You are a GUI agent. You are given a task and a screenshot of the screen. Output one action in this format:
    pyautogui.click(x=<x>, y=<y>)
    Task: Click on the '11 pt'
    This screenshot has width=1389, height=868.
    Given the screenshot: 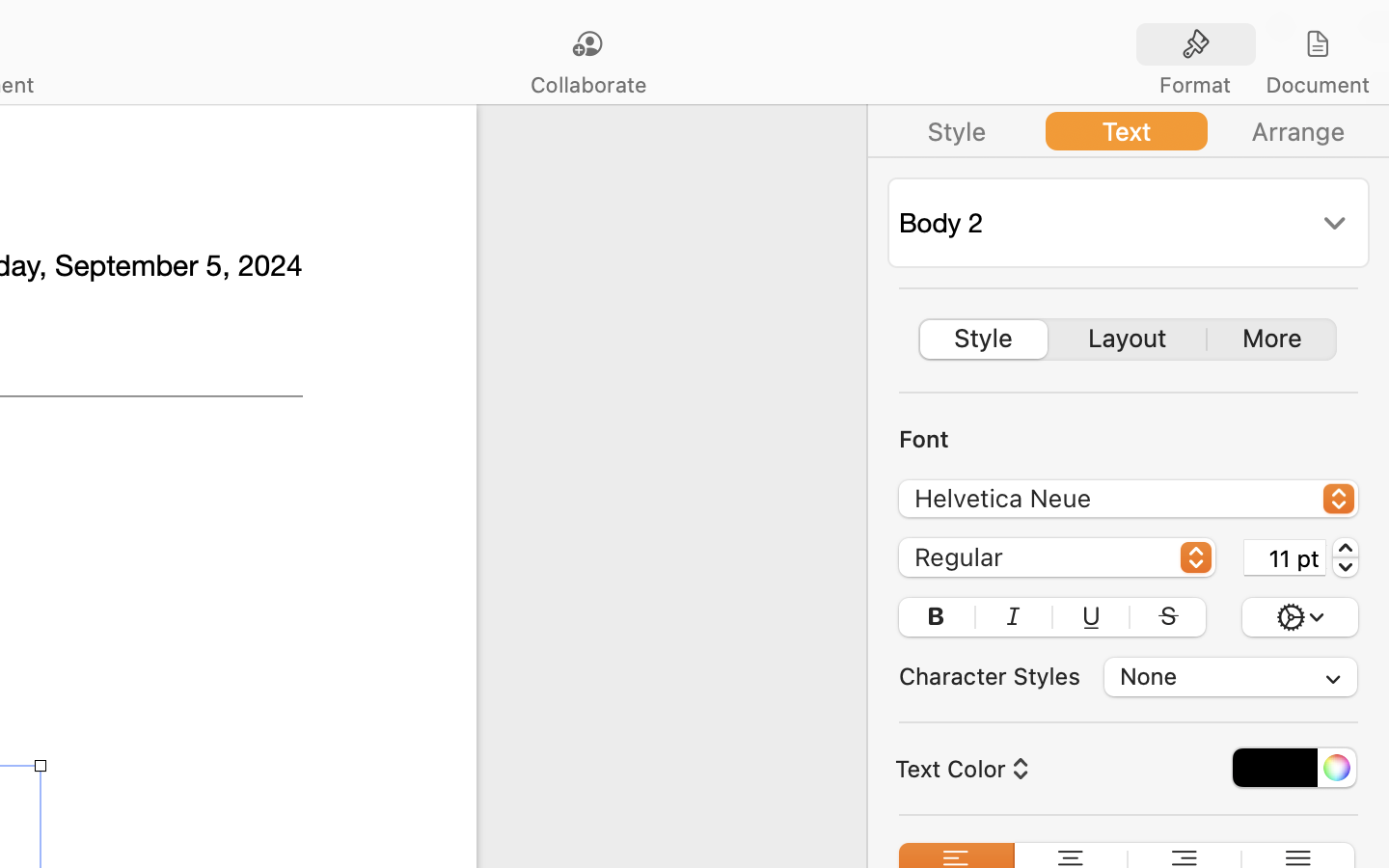 What is the action you would take?
    pyautogui.click(x=1284, y=556)
    